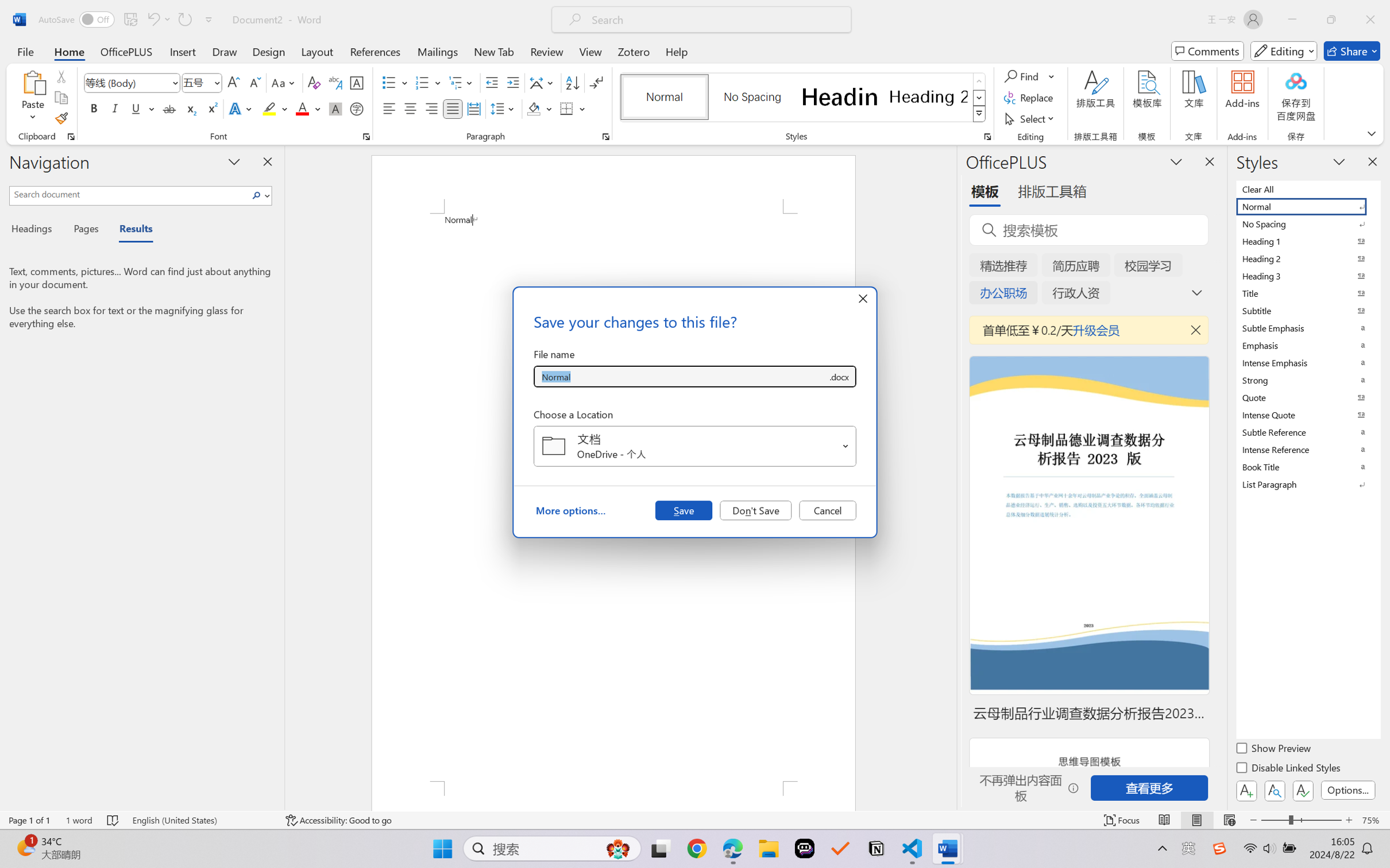 This screenshot has width=1390, height=868. Describe the element at coordinates (1307, 362) in the screenshot. I see `'Intense Emphasis'` at that location.